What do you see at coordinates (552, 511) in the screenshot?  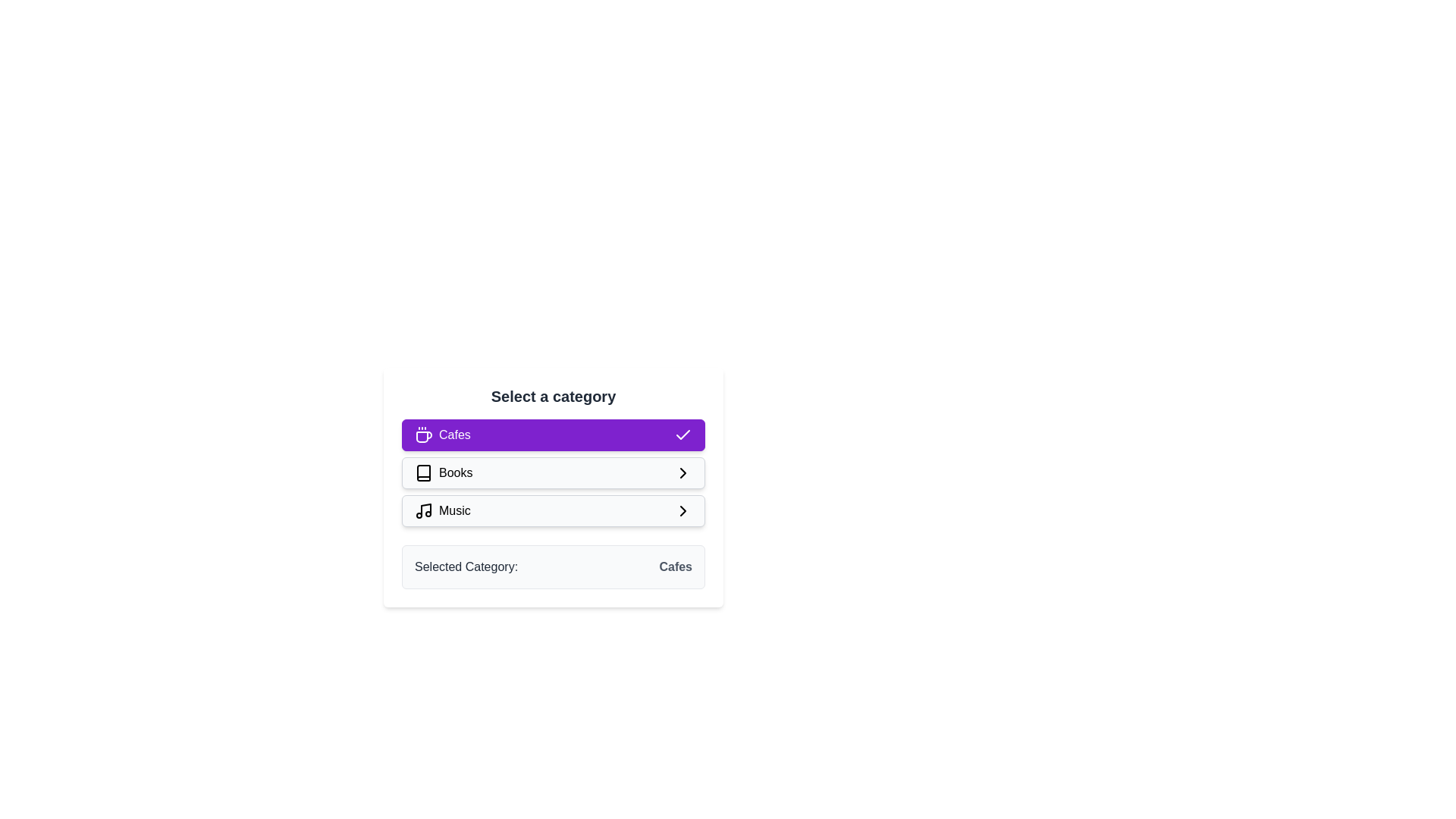 I see `the 'Music' category button, which is the third button in a vertical stack below 'Cafes' and 'Books'` at bounding box center [552, 511].